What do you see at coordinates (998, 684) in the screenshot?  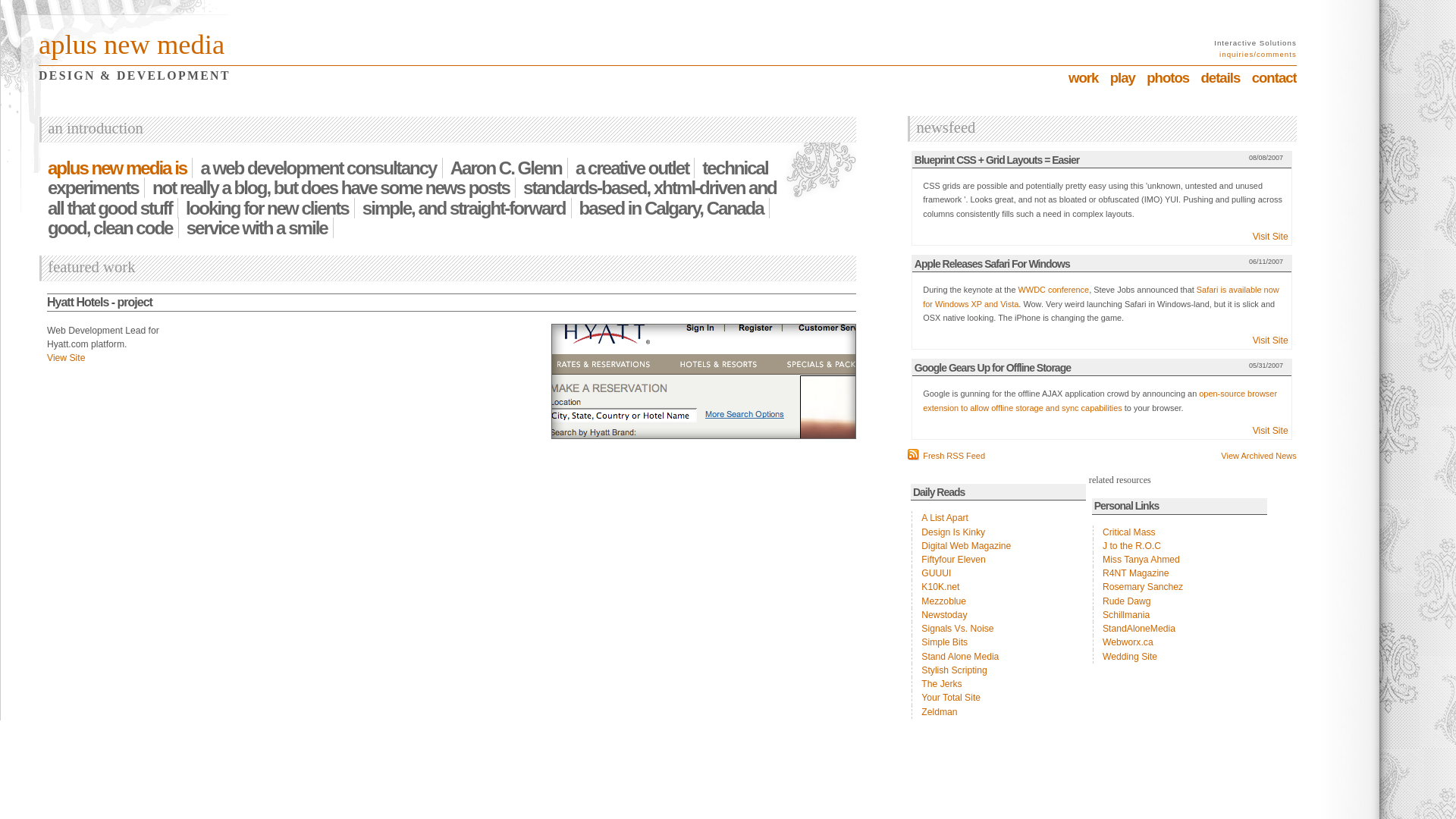 I see `'The Jerks'` at bounding box center [998, 684].